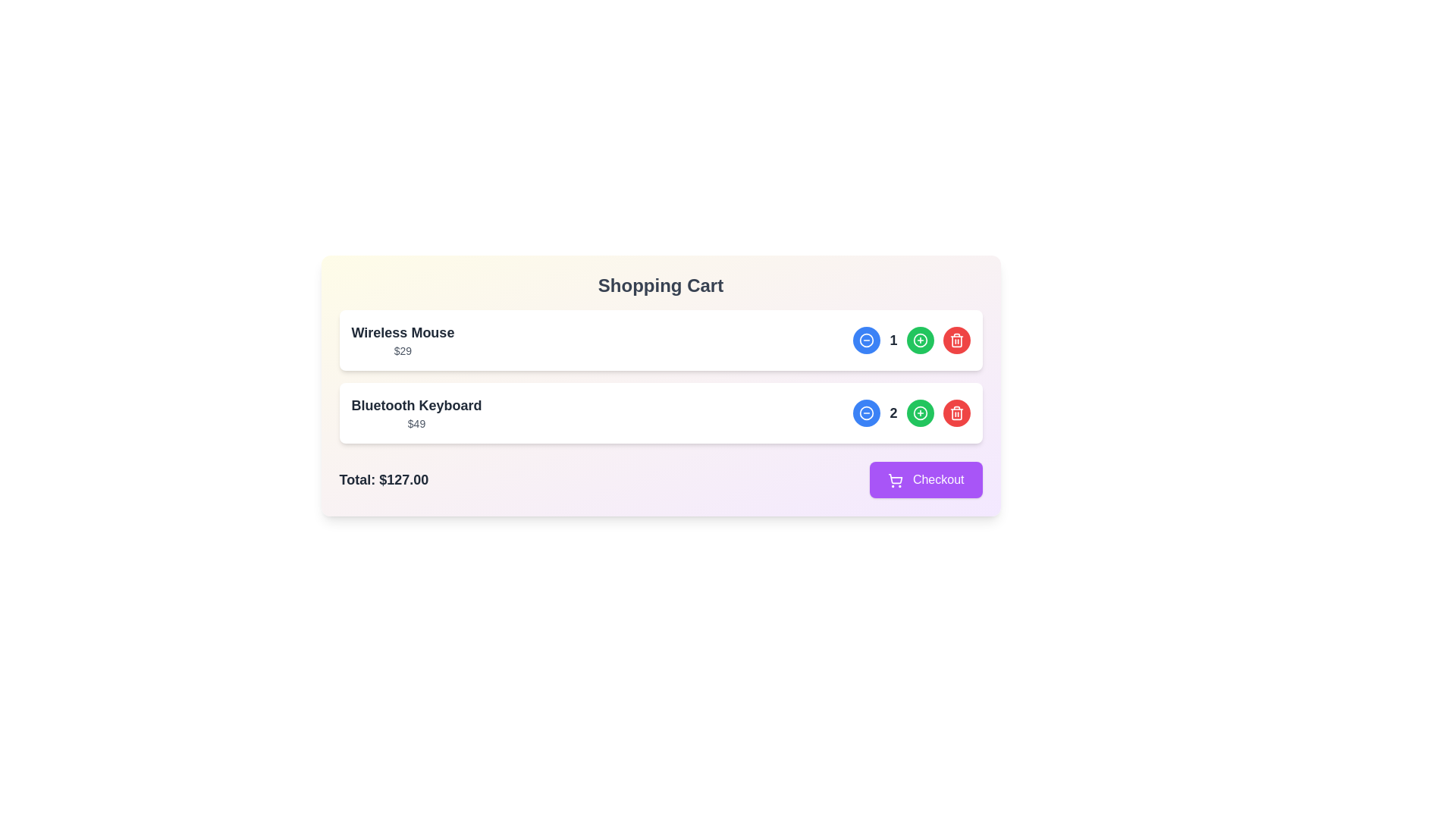 The height and width of the screenshot is (819, 1456). I want to click on the SVG Circle element of the plus icon located to the right of the Bluetooth Keyboard entry in the shopping cart, so click(919, 339).